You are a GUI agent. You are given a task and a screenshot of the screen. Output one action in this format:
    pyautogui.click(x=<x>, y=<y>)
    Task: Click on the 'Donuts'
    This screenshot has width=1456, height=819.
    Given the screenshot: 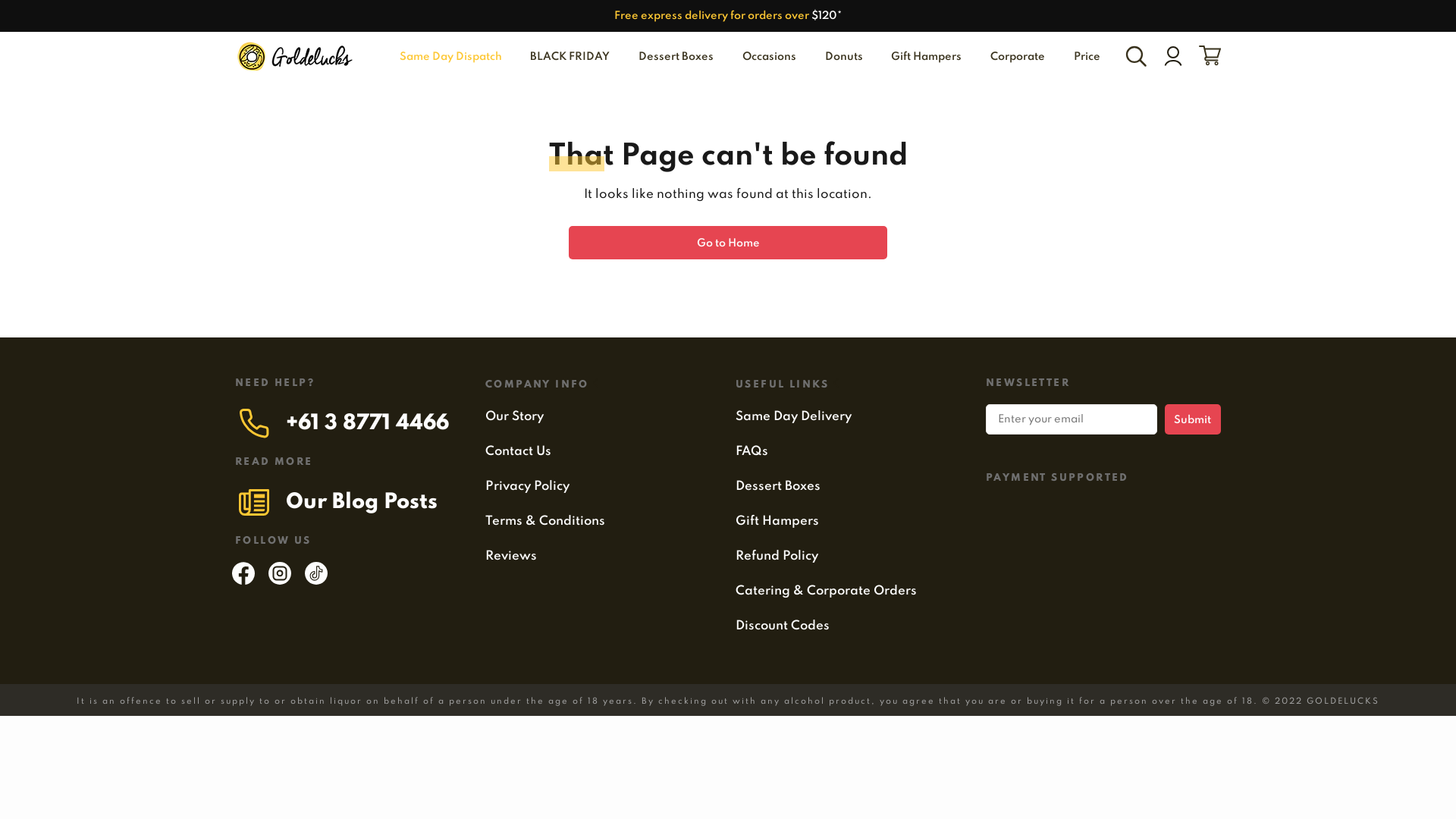 What is the action you would take?
    pyautogui.click(x=843, y=56)
    